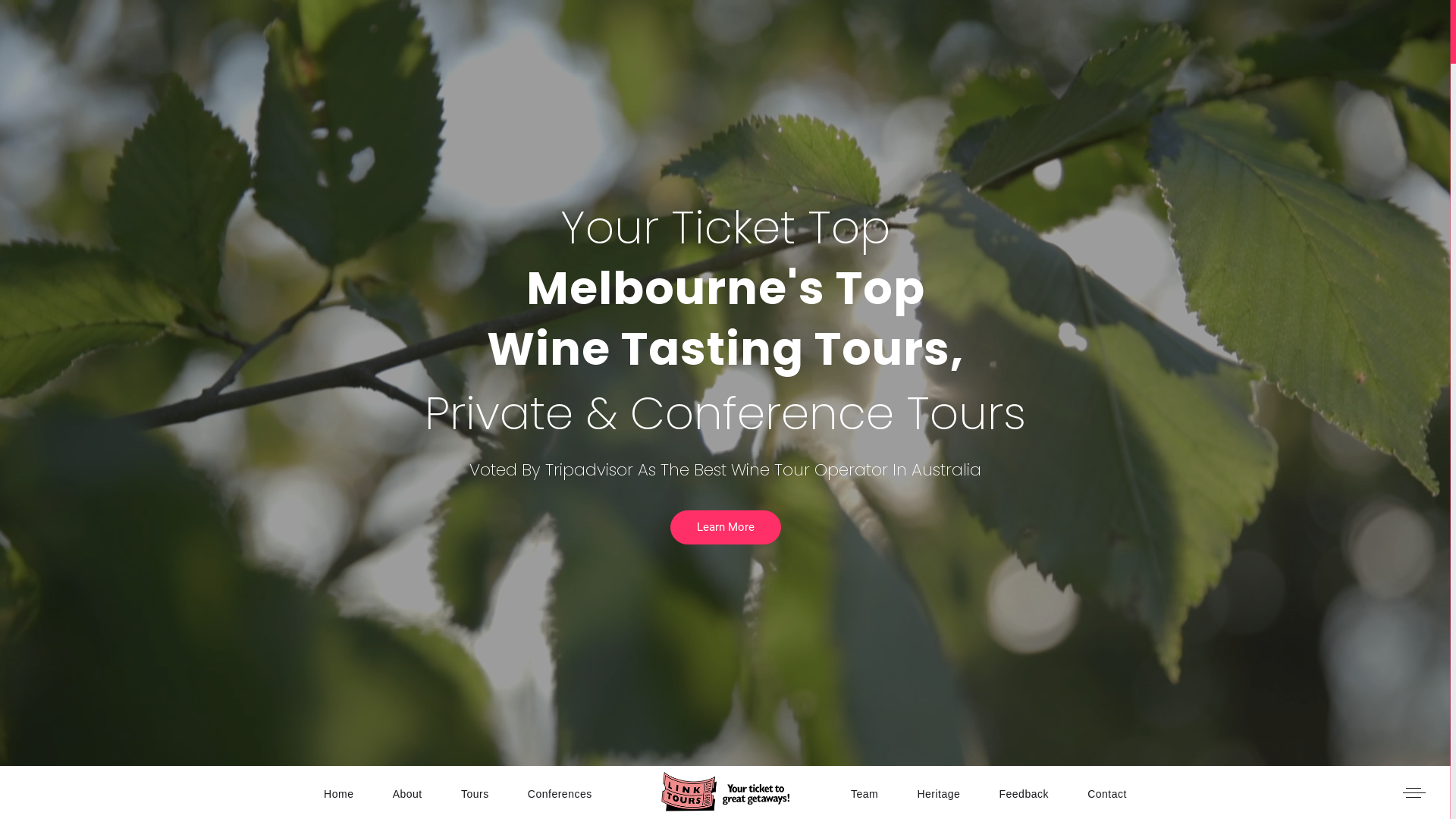  Describe the element at coordinates (1106, 792) in the screenshot. I see `'Contact'` at that location.